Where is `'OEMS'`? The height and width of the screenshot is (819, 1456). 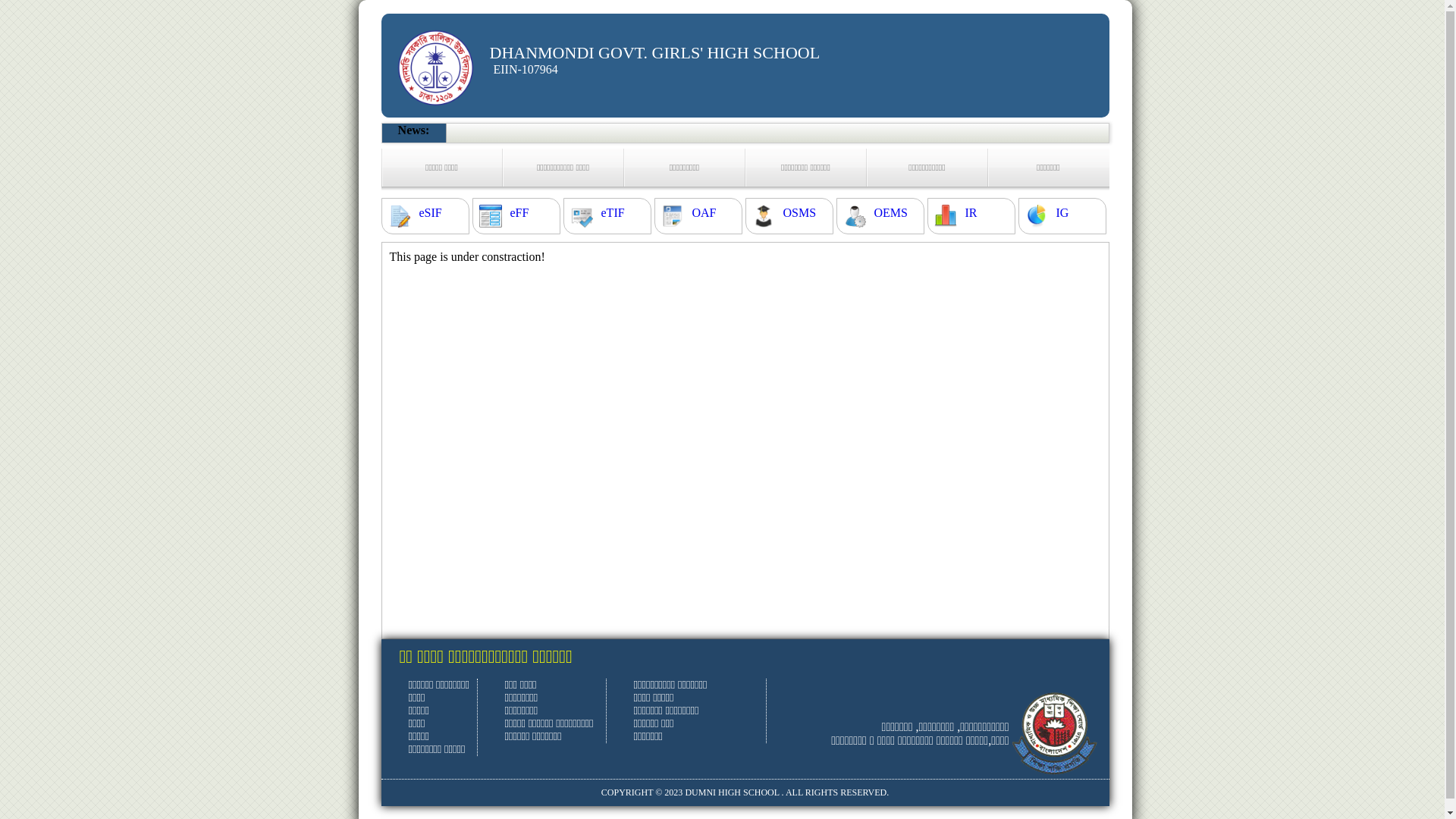
'OEMS' is located at coordinates (890, 213).